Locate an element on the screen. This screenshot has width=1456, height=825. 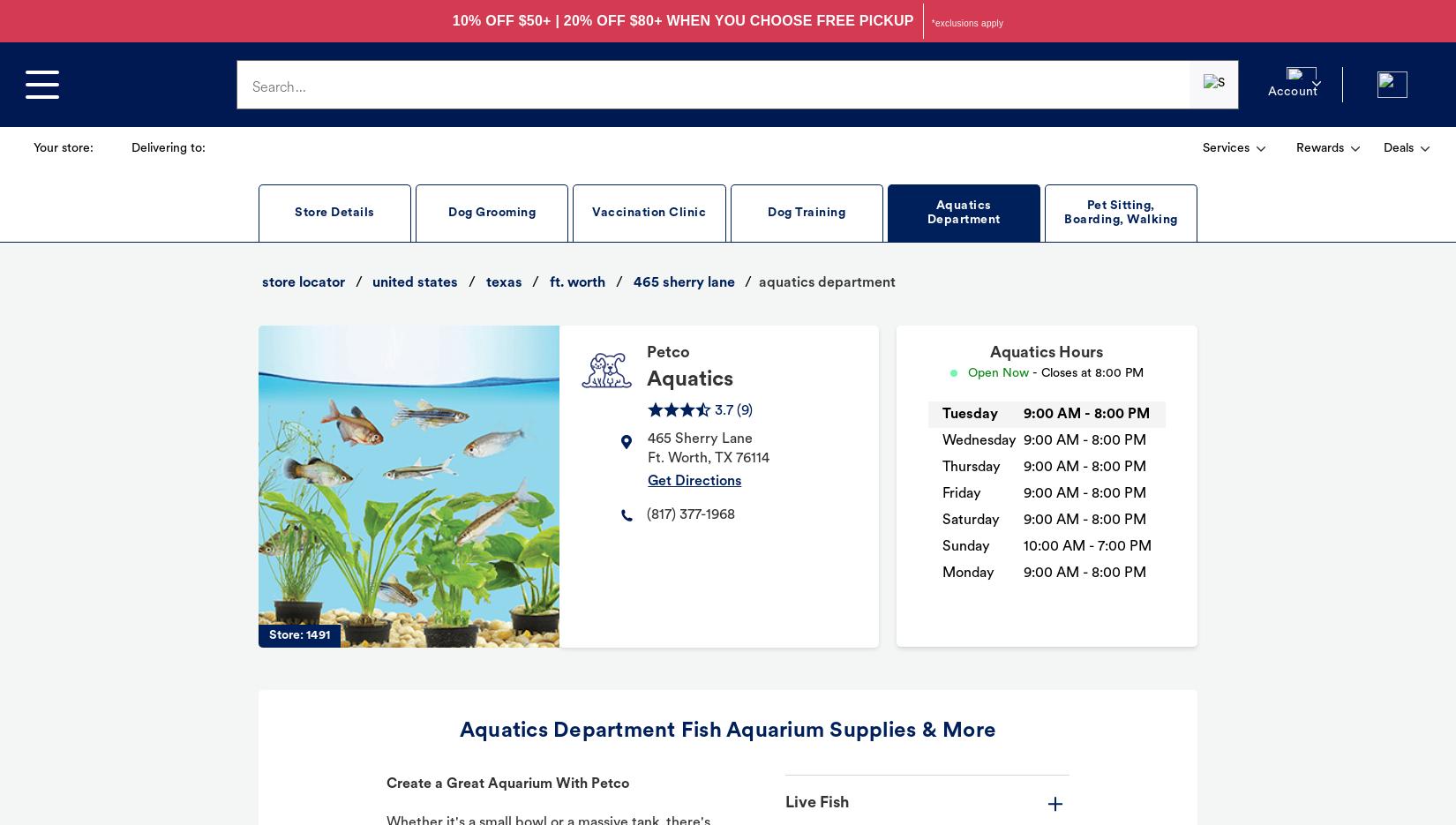
'Friday' is located at coordinates (961, 493).